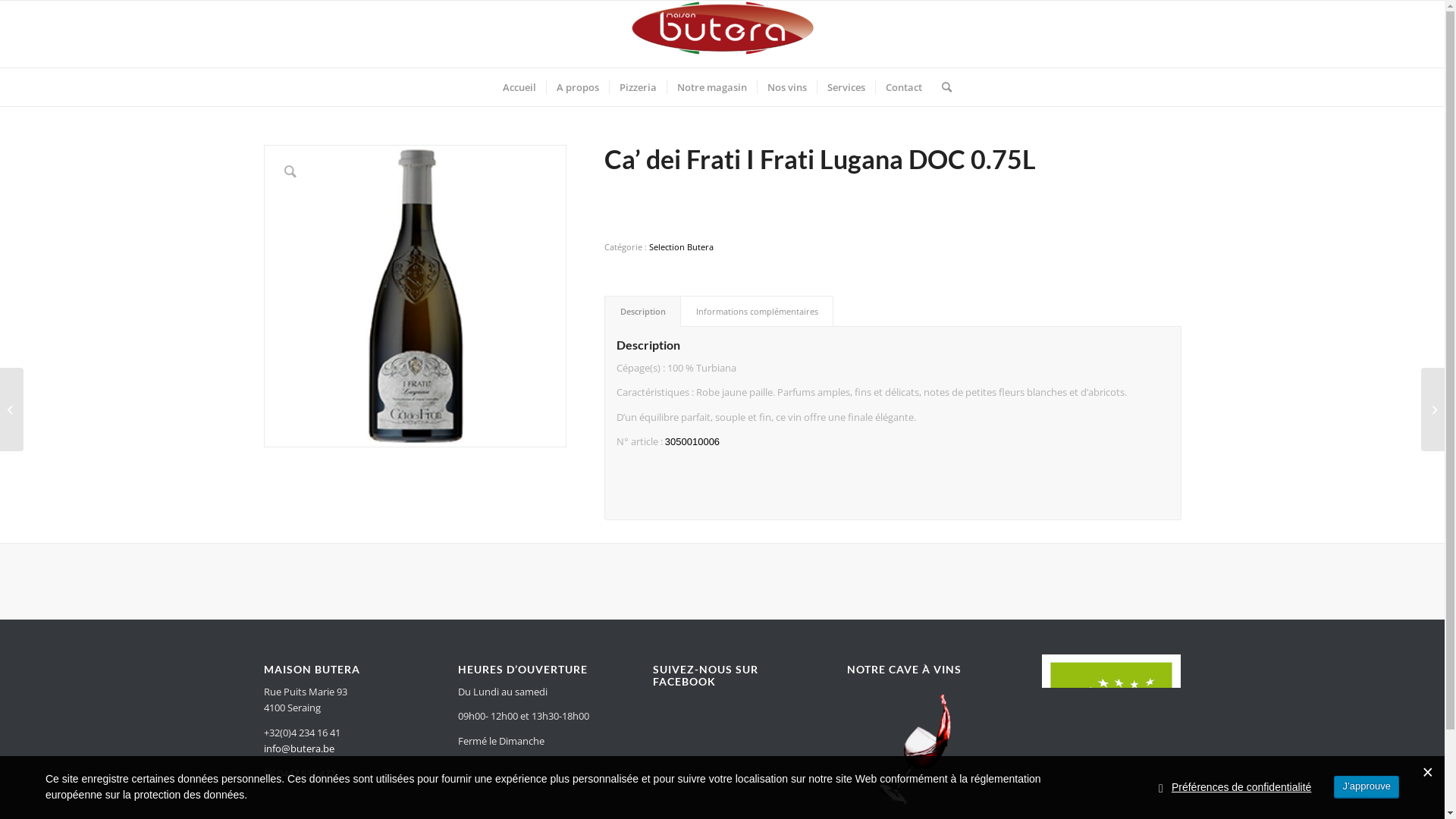  What do you see at coordinates (492, 87) in the screenshot?
I see `'Accueil'` at bounding box center [492, 87].